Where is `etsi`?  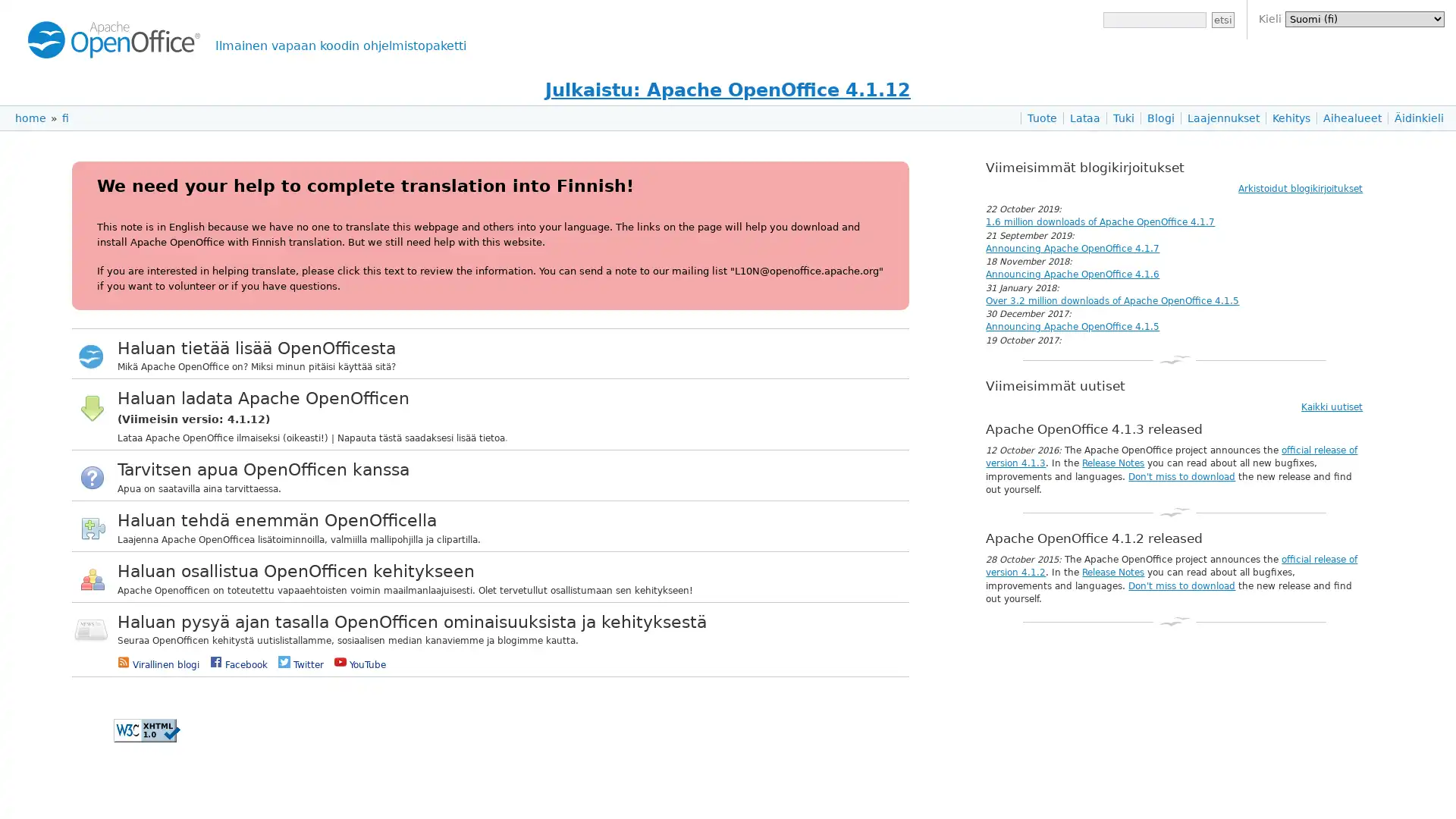
etsi is located at coordinates (1222, 20).